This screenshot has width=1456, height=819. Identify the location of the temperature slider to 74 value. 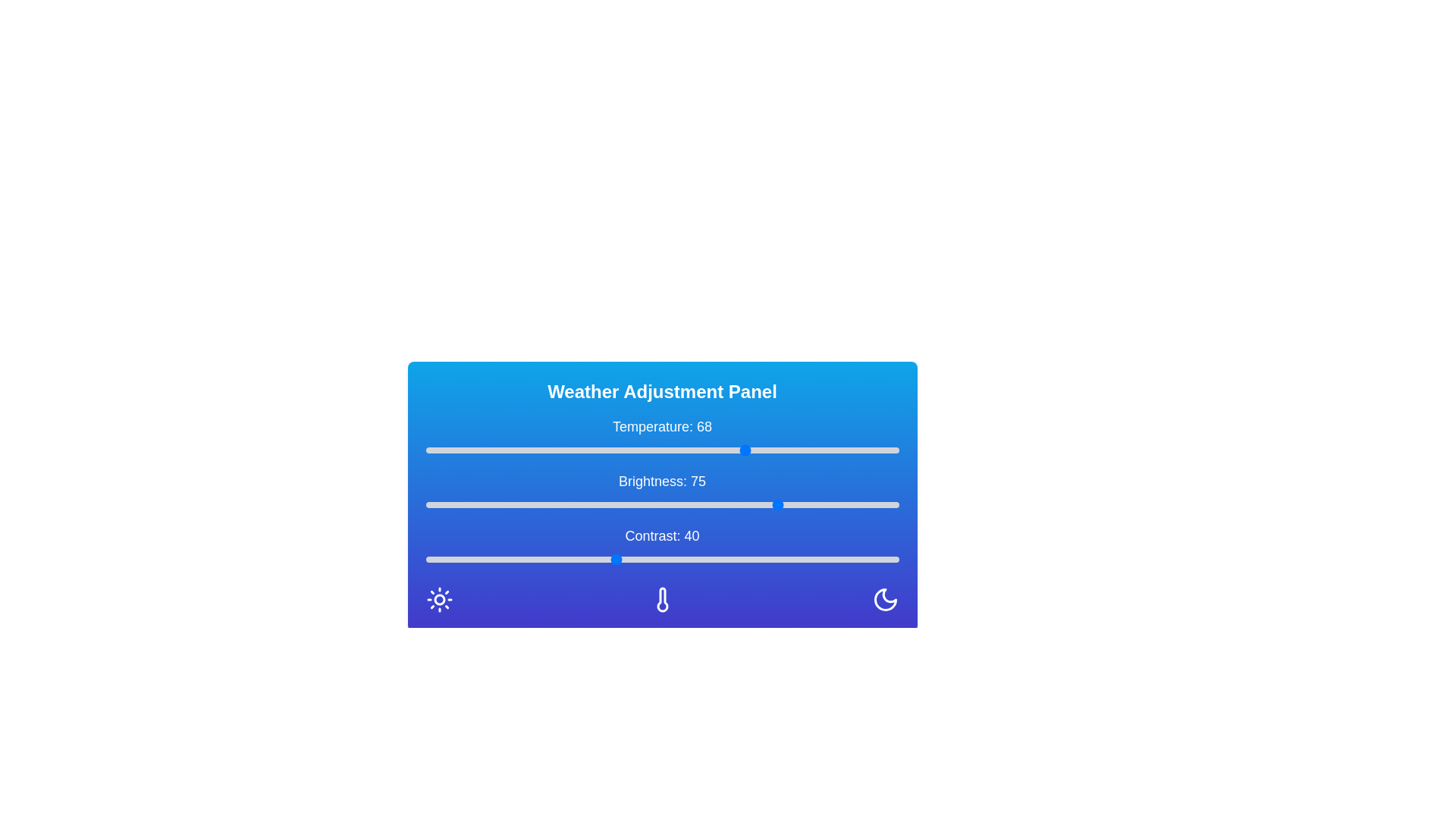
(776, 450).